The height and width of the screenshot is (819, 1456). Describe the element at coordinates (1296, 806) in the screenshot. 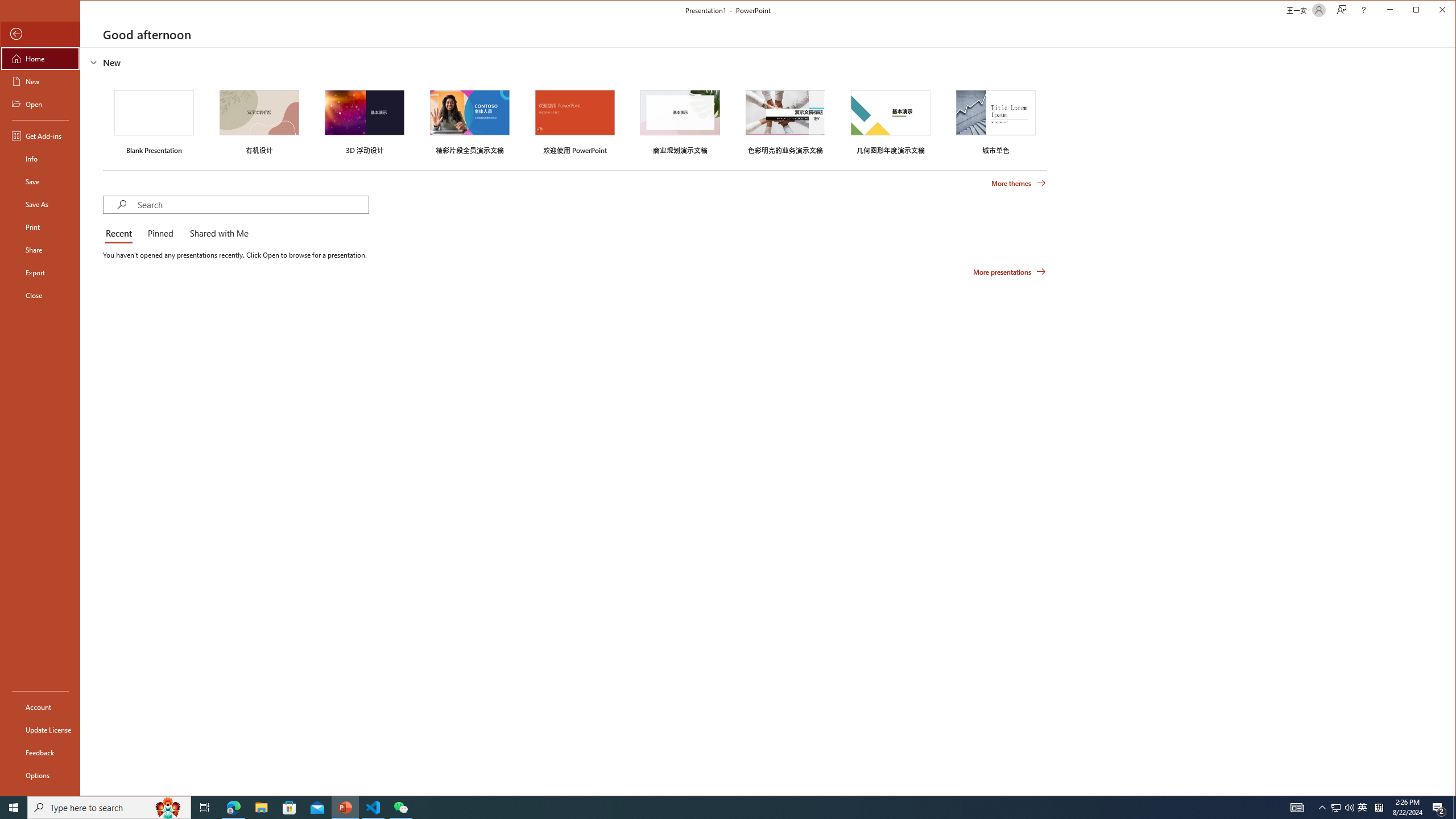

I see `'AutomationID: 4105'` at that location.